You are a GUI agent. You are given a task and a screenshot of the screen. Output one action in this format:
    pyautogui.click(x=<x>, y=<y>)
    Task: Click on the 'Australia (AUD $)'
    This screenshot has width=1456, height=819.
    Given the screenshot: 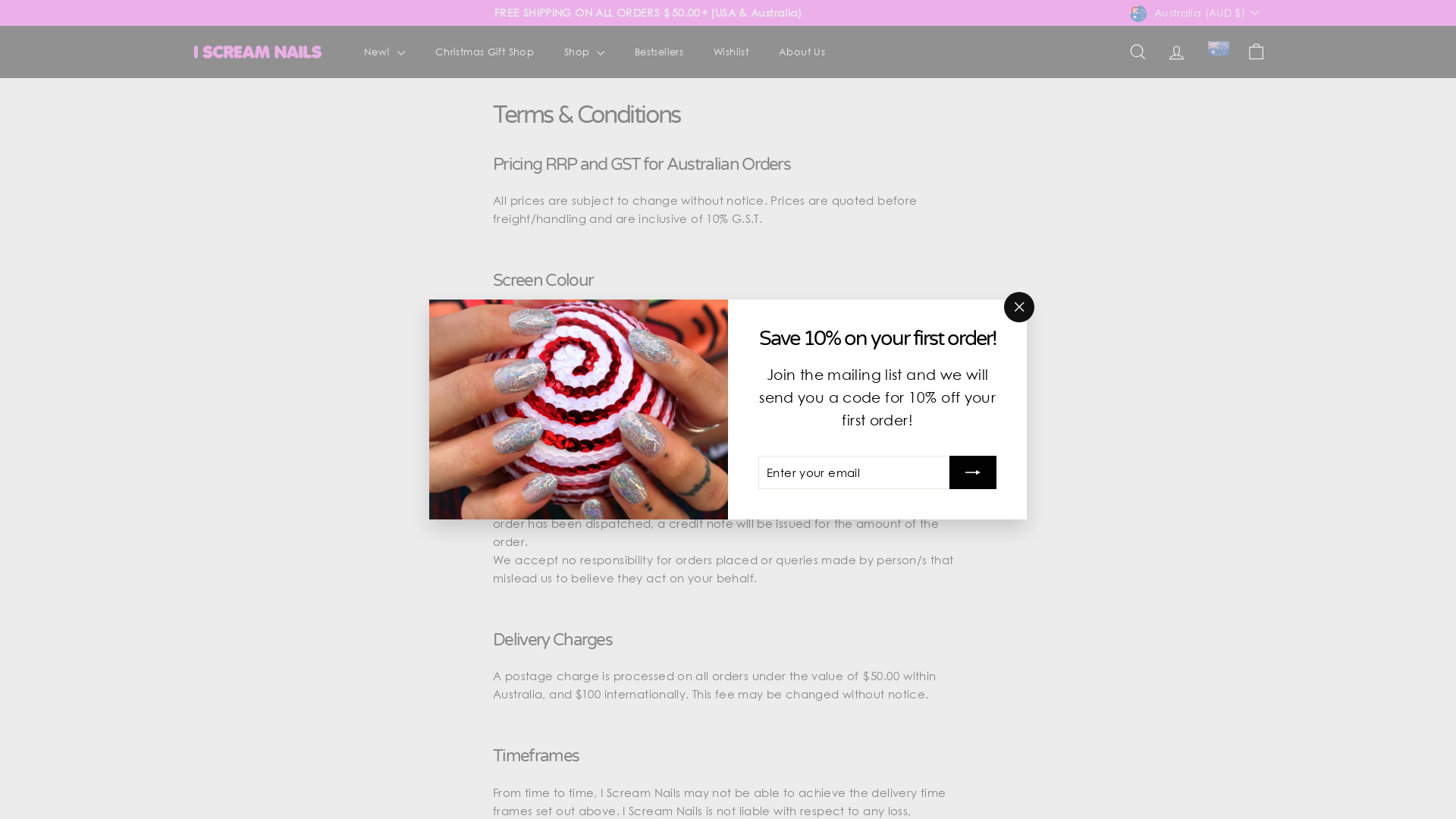 What is the action you would take?
    pyautogui.click(x=1129, y=12)
    